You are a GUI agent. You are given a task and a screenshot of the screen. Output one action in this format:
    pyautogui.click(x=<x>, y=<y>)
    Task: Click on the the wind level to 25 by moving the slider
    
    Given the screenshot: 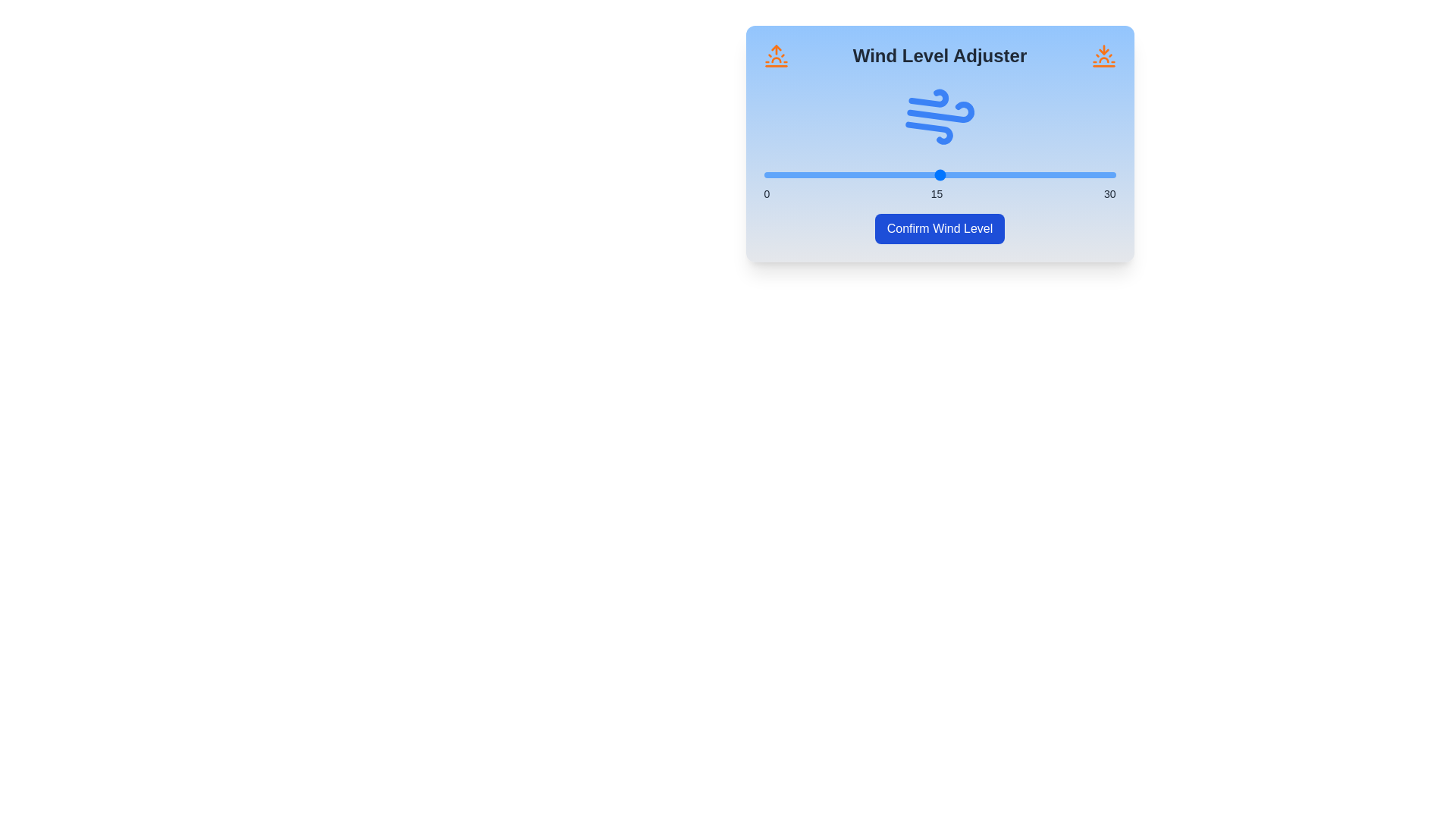 What is the action you would take?
    pyautogui.click(x=1056, y=174)
    